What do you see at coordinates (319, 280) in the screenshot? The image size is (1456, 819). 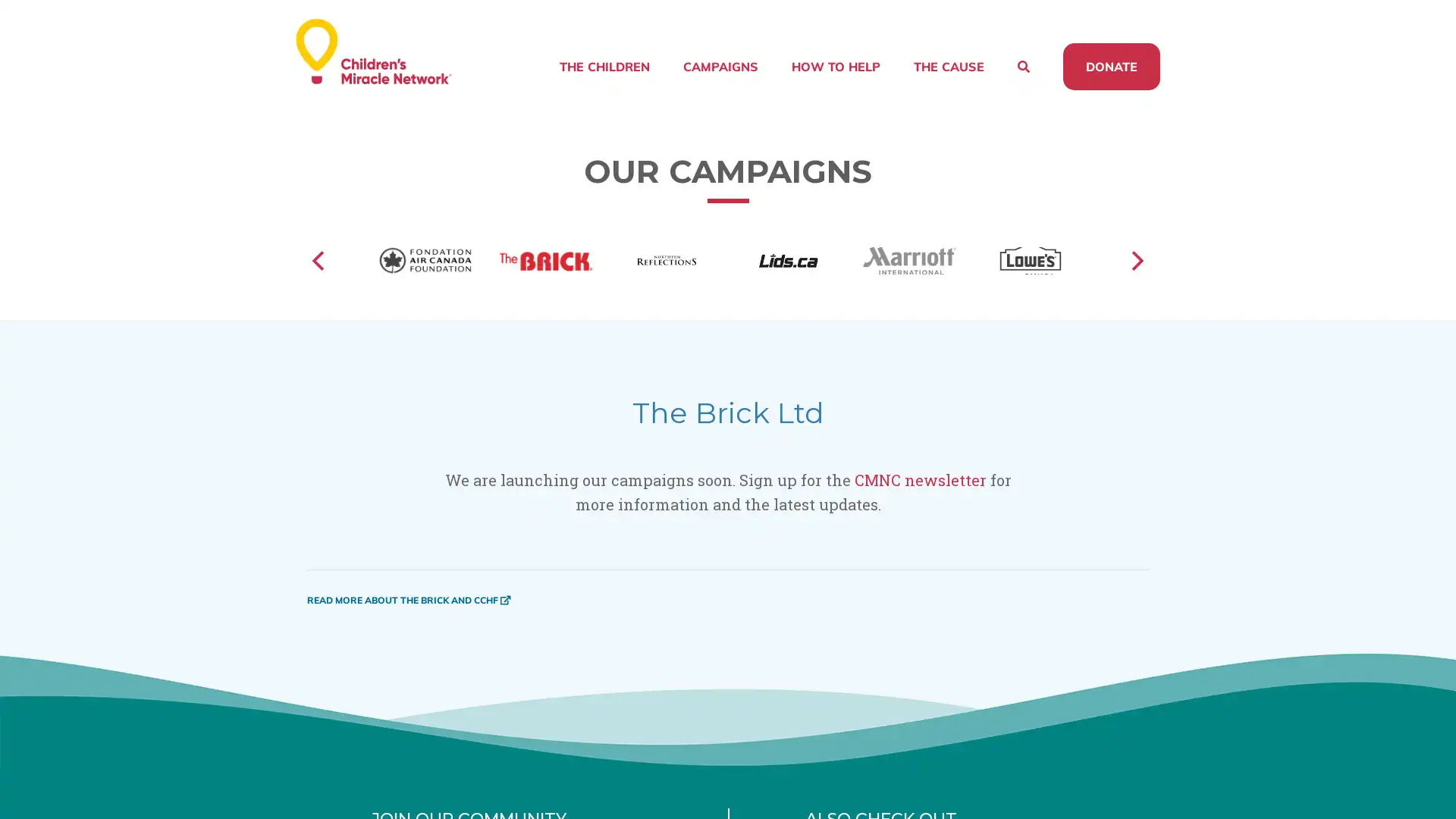 I see `Previous` at bounding box center [319, 280].